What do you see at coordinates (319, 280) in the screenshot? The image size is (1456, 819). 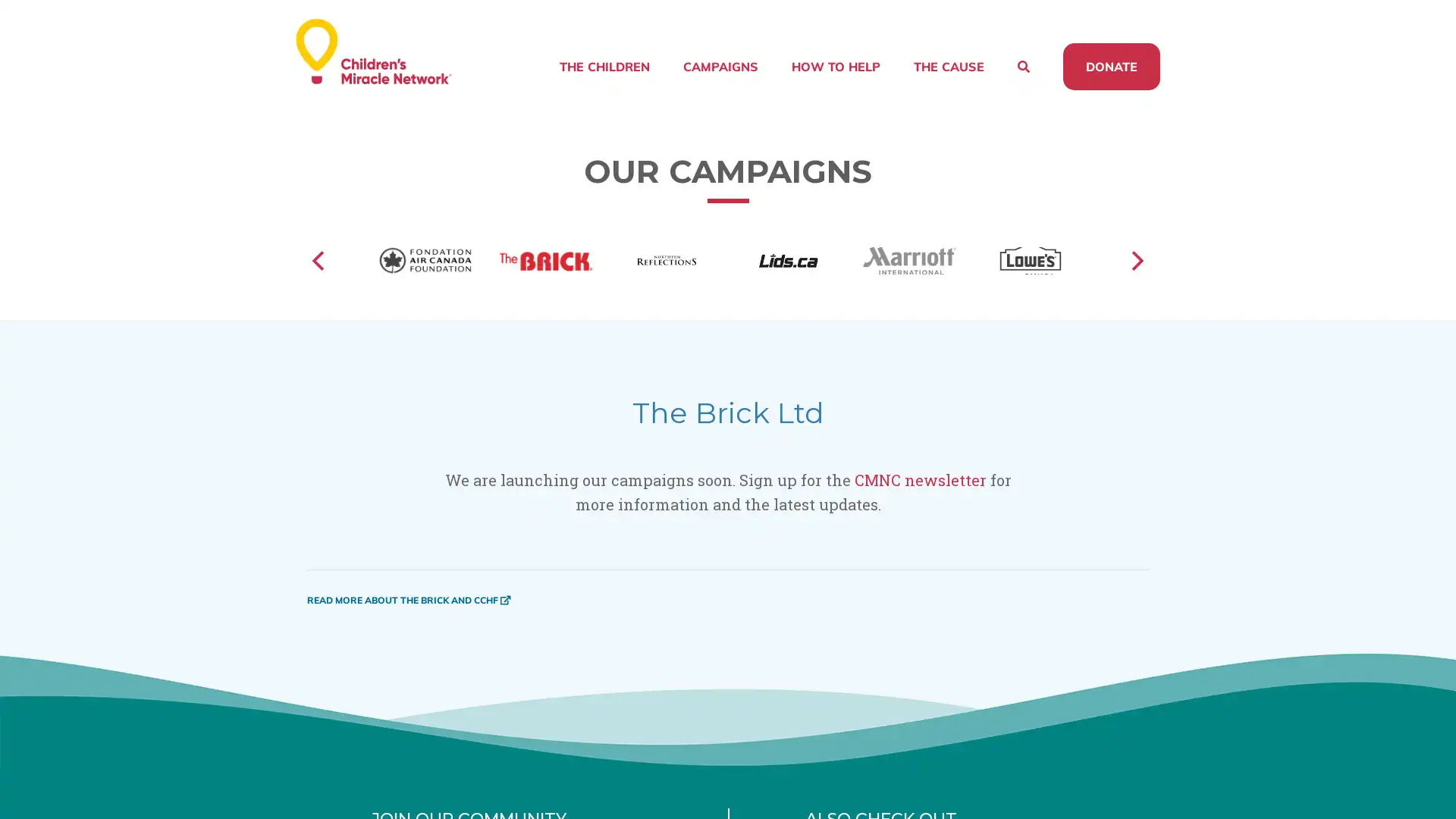 I see `Previous` at bounding box center [319, 280].